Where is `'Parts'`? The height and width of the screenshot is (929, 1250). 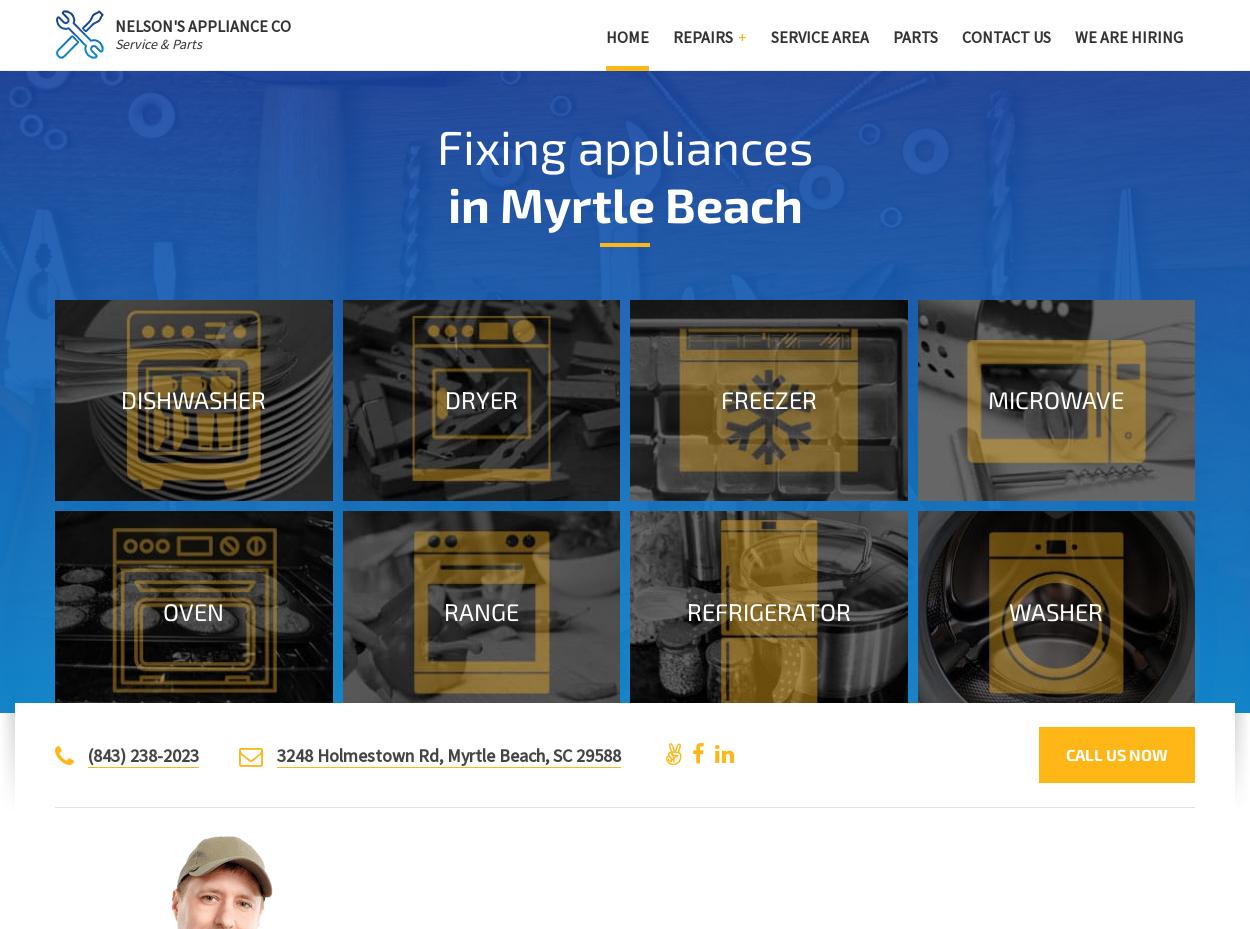
'Parts' is located at coordinates (915, 35).